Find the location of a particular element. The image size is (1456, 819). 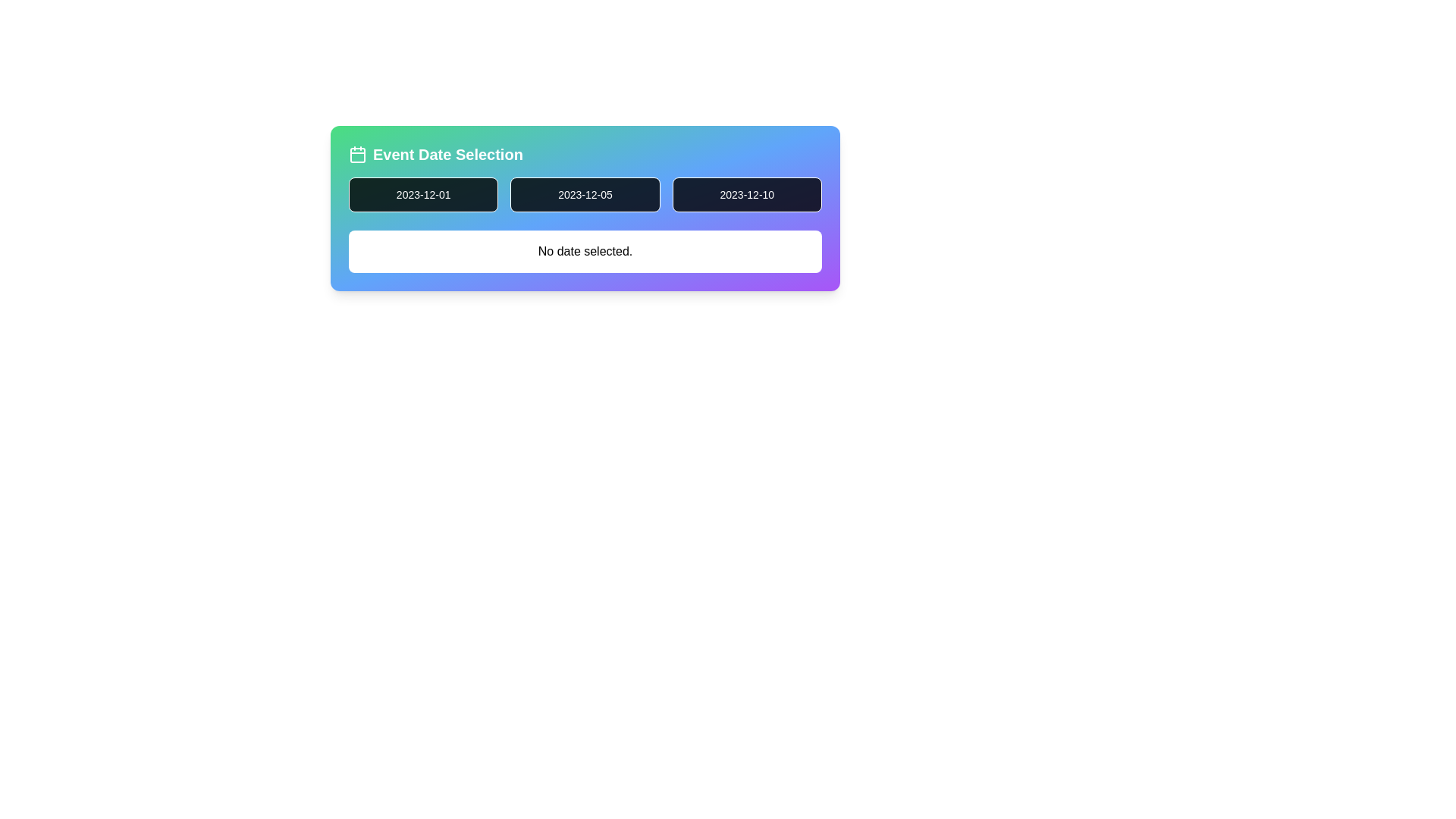

the first button in the 'Event Date Selection' section to trigger a visual effect is located at coordinates (423, 194).